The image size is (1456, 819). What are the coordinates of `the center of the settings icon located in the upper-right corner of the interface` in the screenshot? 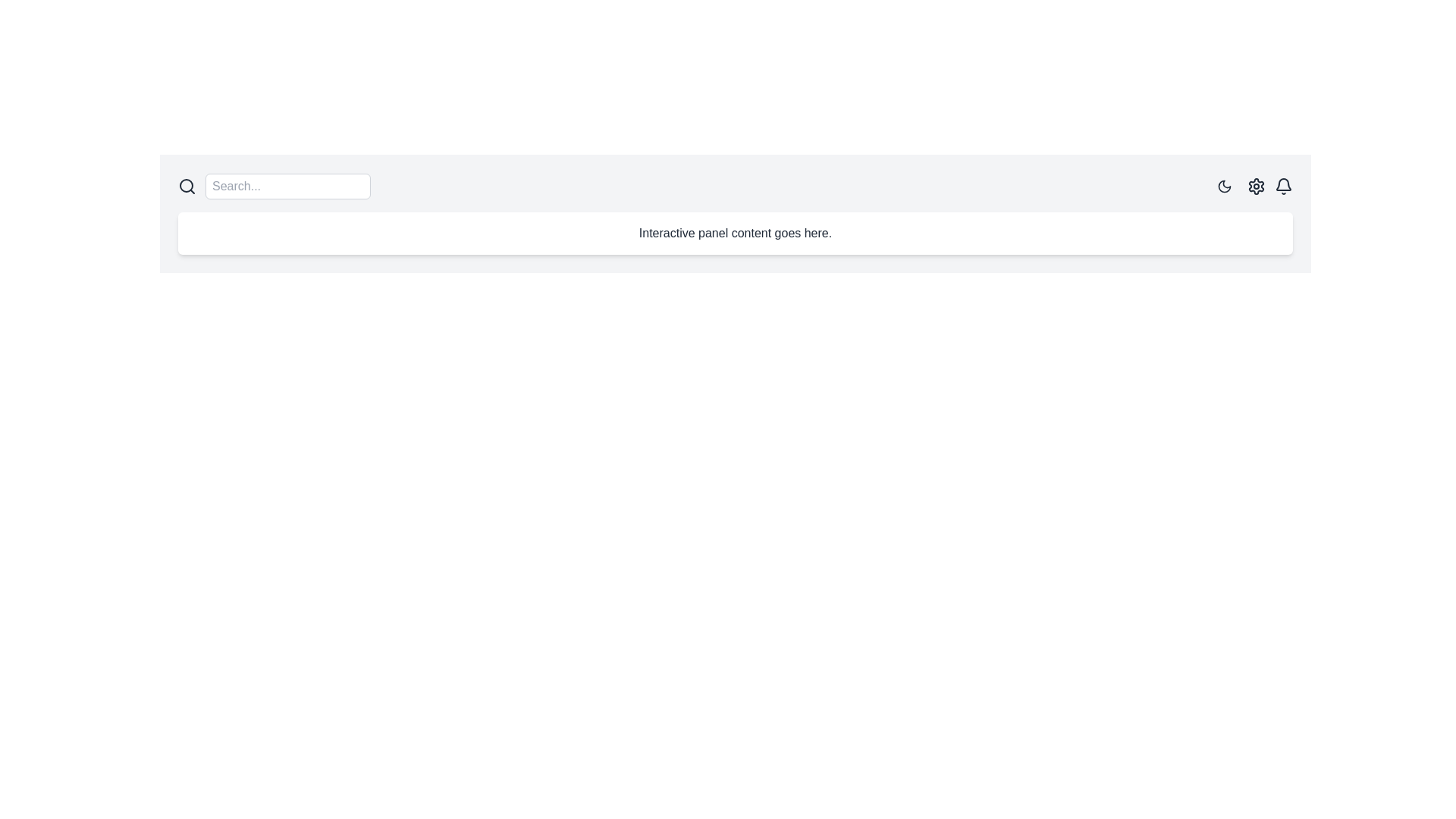 It's located at (1256, 186).